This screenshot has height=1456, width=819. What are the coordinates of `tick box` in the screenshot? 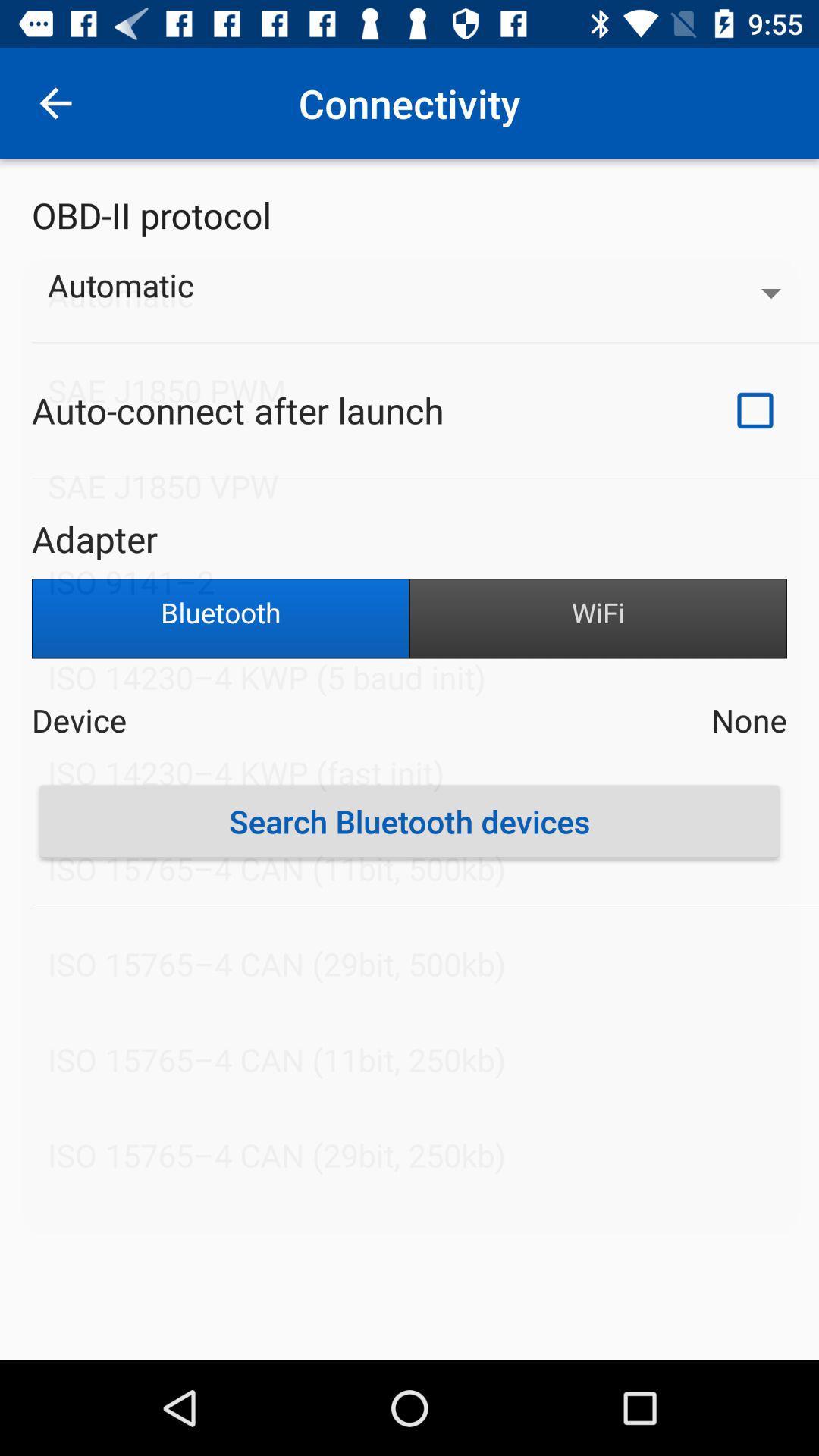 It's located at (755, 410).